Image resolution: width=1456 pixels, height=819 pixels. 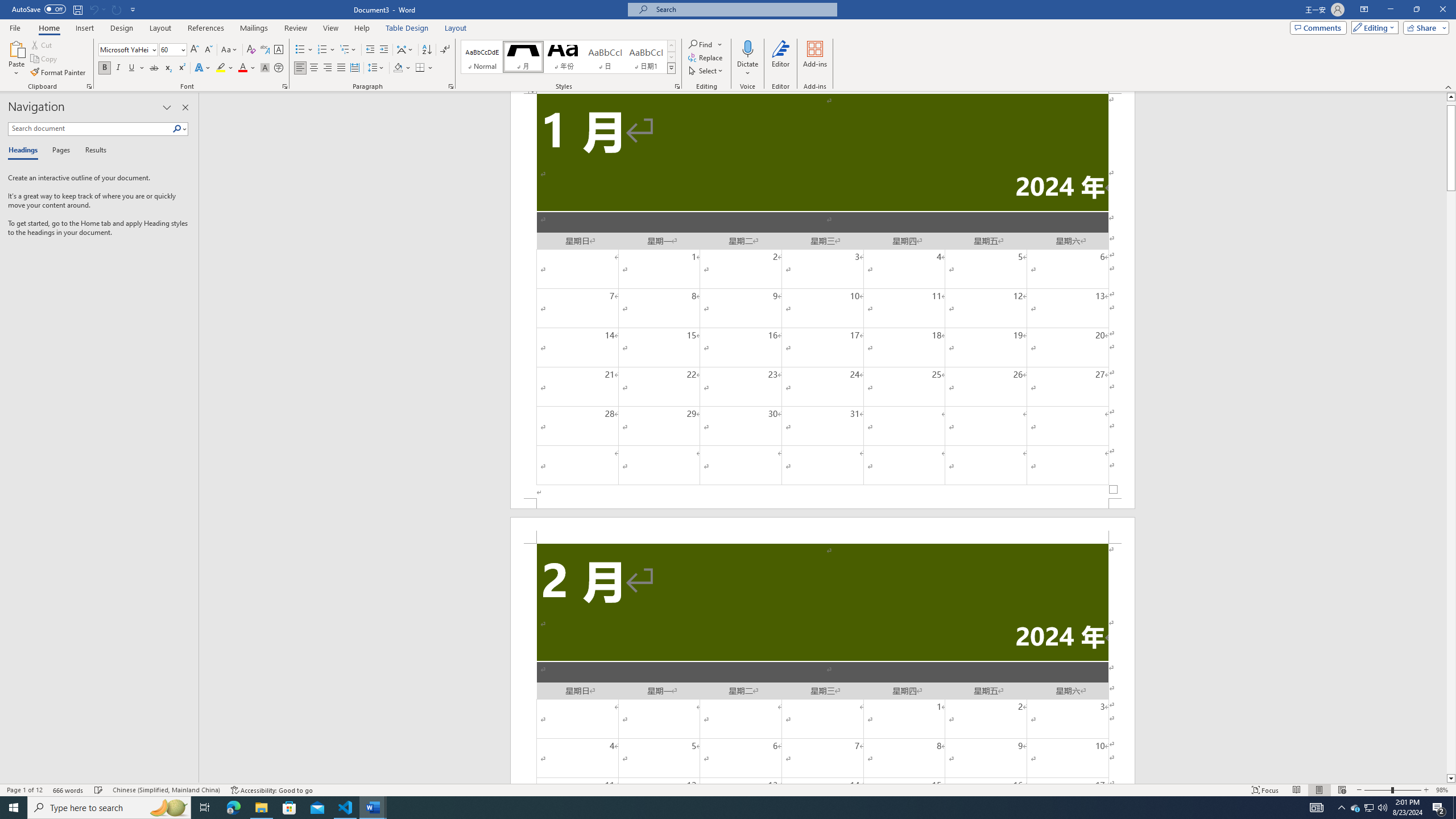 What do you see at coordinates (242, 67) in the screenshot?
I see `'Font Color RGB(255, 0, 0)'` at bounding box center [242, 67].